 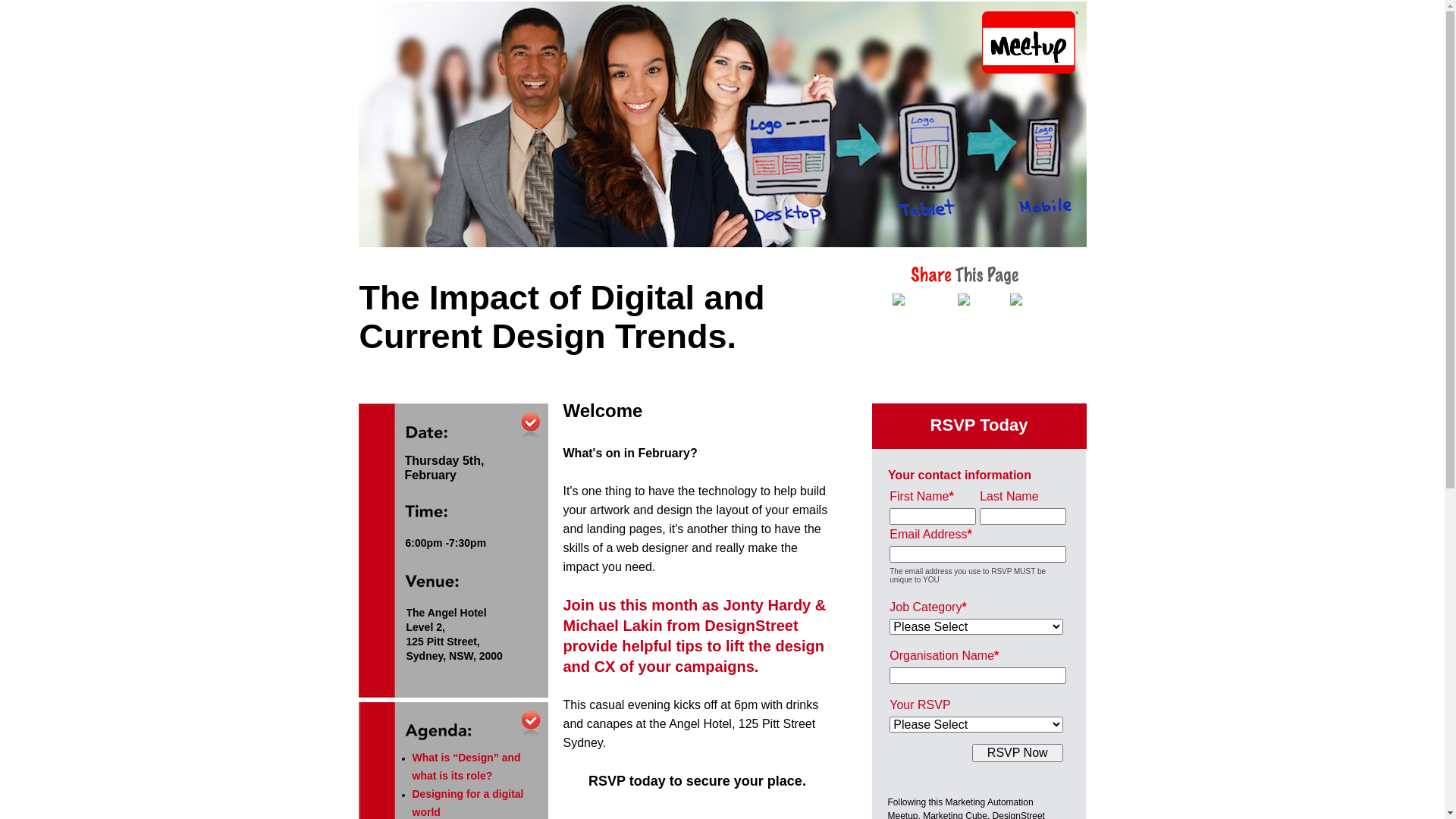 I want to click on 'RSVP Now', so click(x=1018, y=752).